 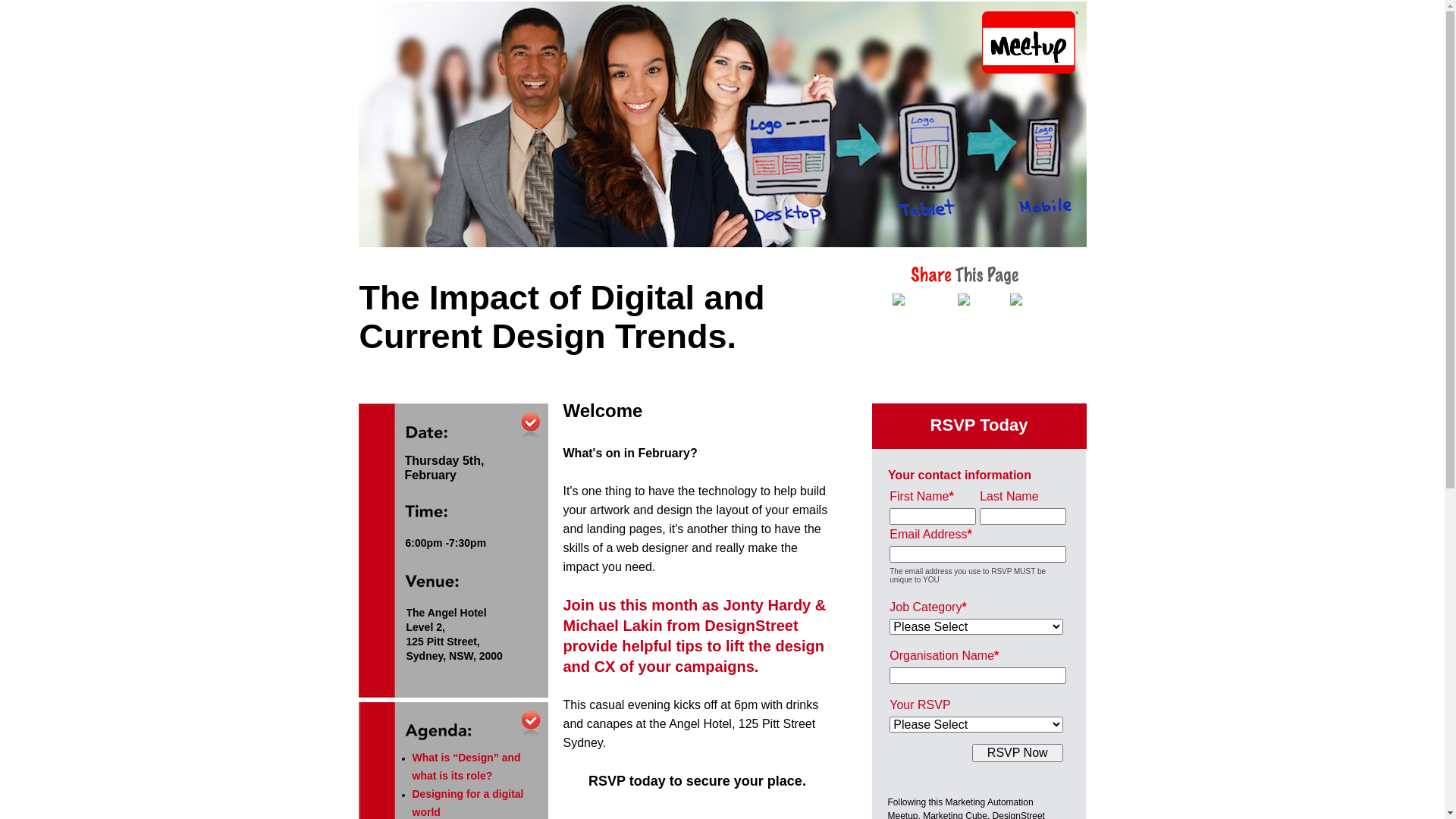 I want to click on 'RSVP Now', so click(x=1018, y=752).